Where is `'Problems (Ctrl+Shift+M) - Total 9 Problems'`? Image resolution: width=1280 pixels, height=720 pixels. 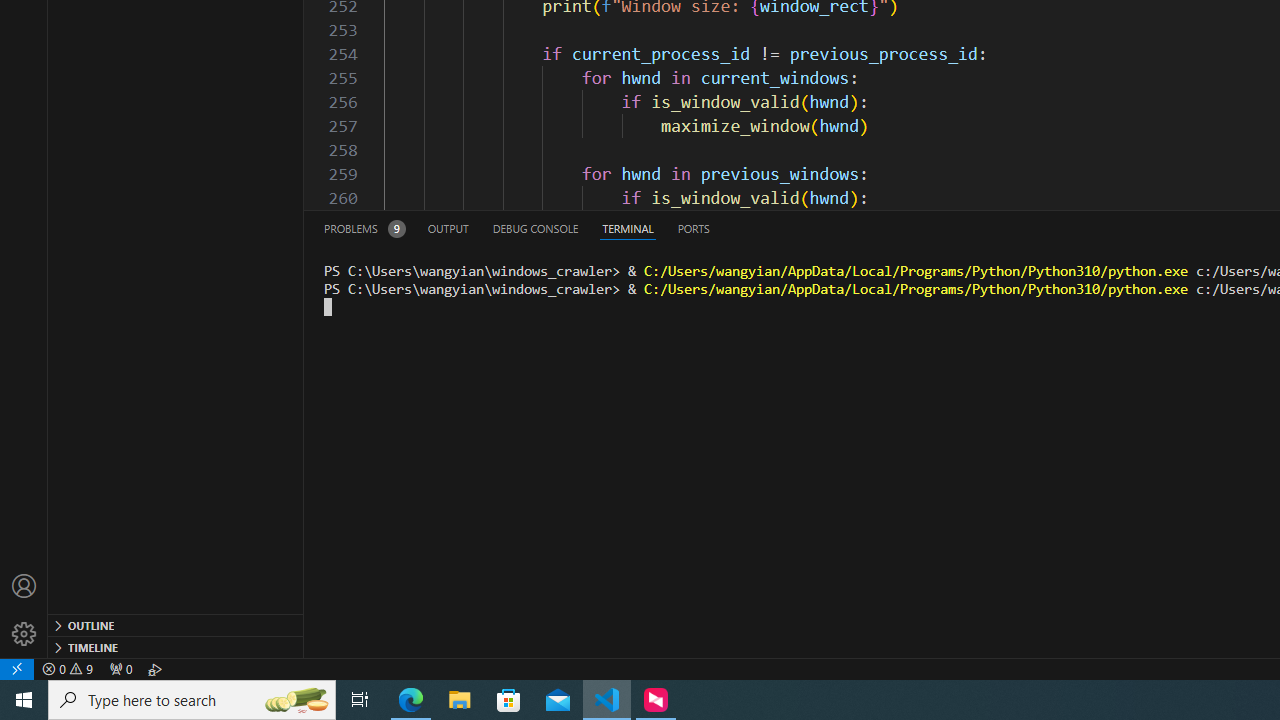
'Problems (Ctrl+Shift+M) - Total 9 Problems' is located at coordinates (364, 227).